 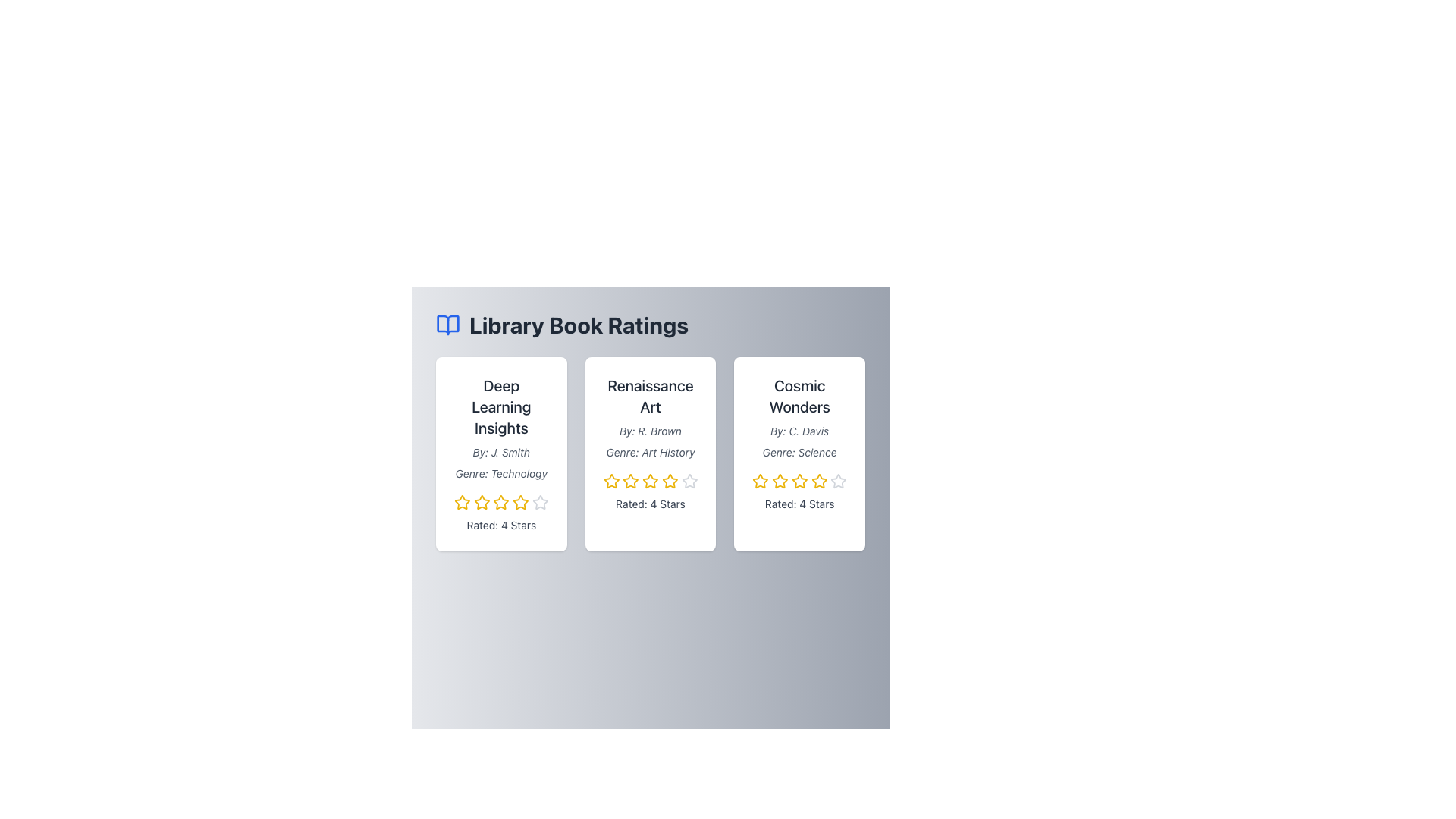 I want to click on the fourth star-shaped rating icon with a yellow outline in the 'Deep Learning Insights' card, so click(x=520, y=502).